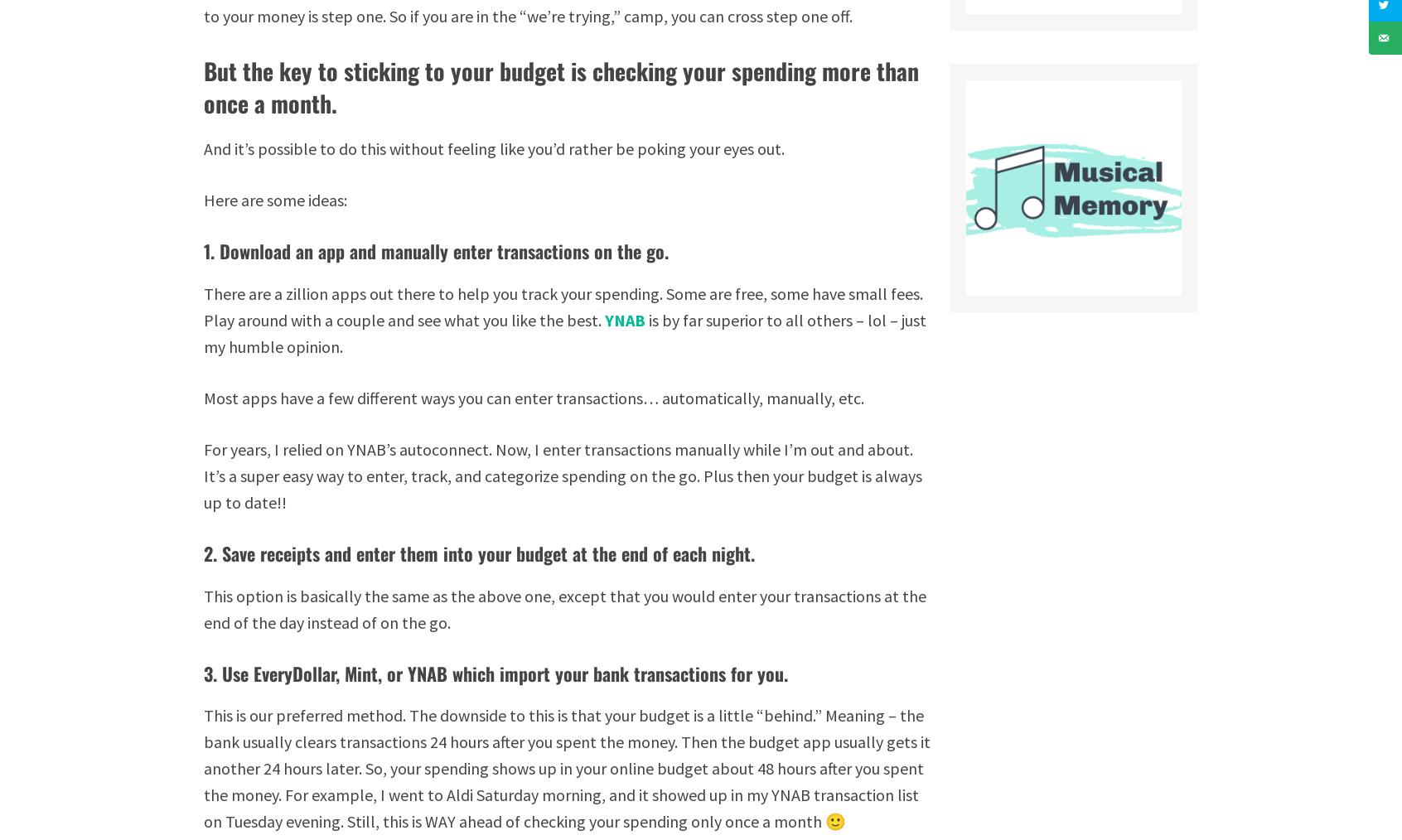  What do you see at coordinates (534, 397) in the screenshot?
I see `'Most apps have a few different ways you can enter transactions… automatically, manually, etc.'` at bounding box center [534, 397].